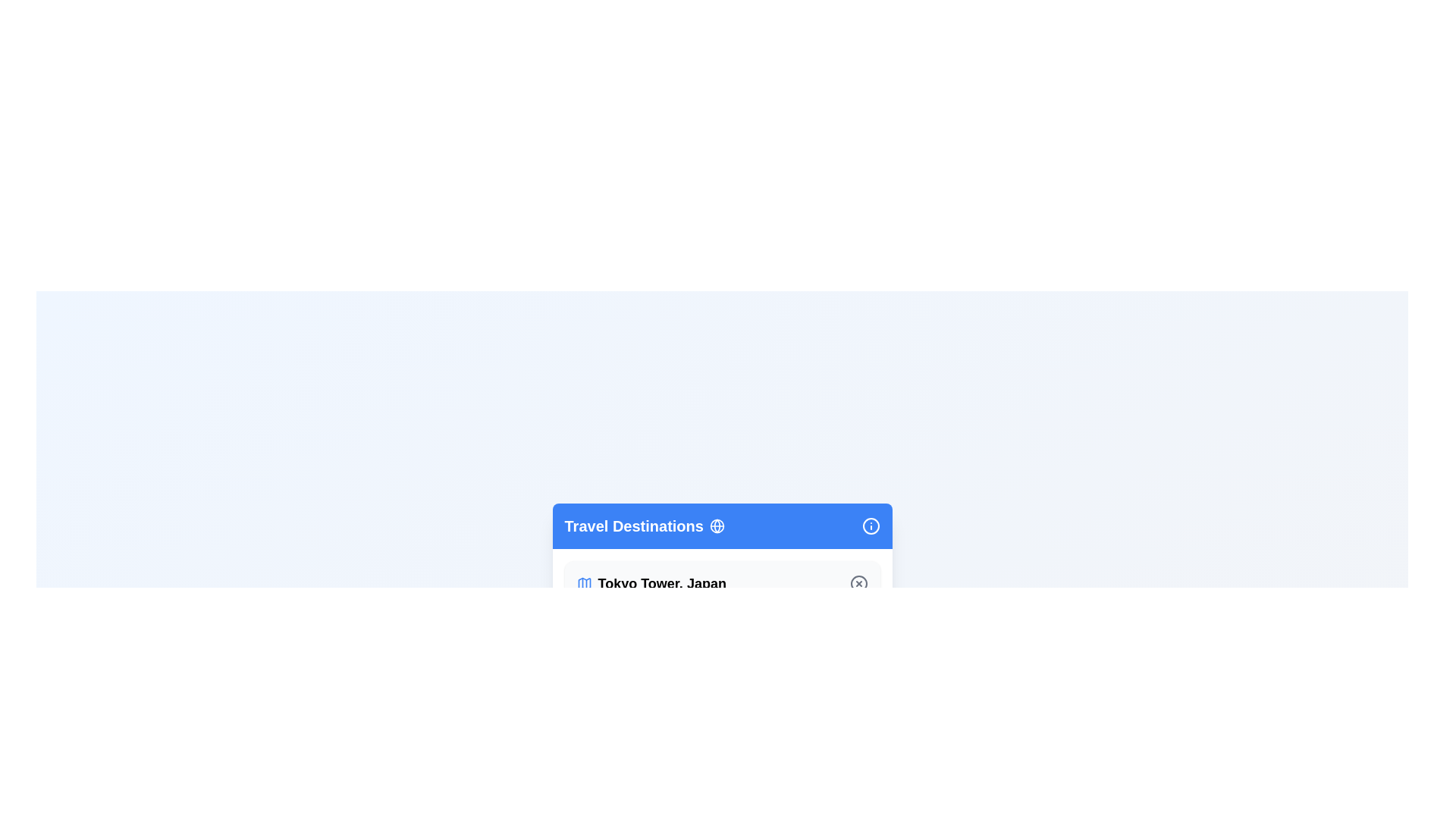 The width and height of the screenshot is (1456, 819). Describe the element at coordinates (716, 526) in the screenshot. I see `the circular line forming a partial ellipse that resembles a globe, located within the 'Travel Destinations' card, immediately to the right of the title 'Travel Destinations.'` at that location.